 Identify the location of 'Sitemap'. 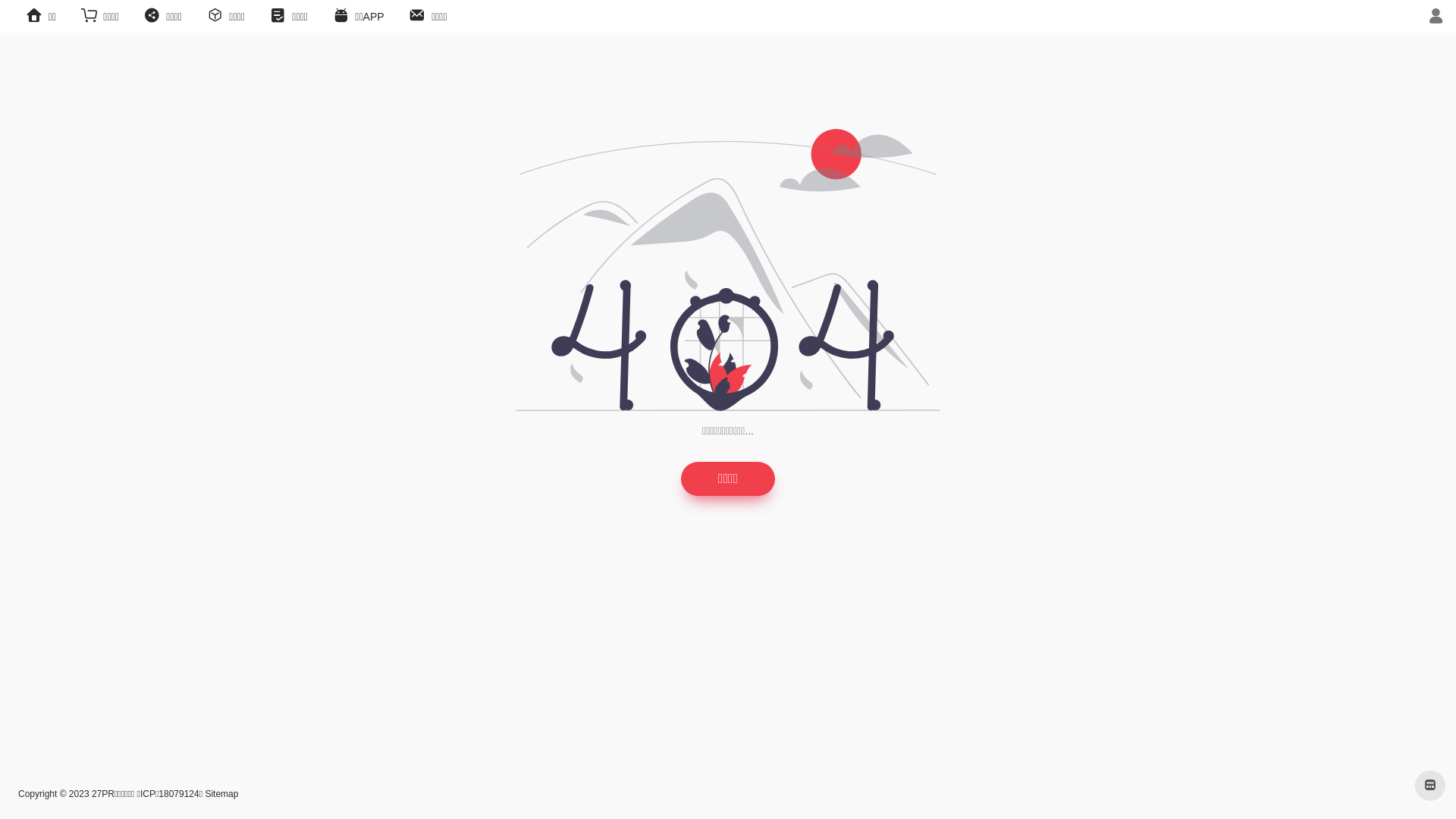
(221, 792).